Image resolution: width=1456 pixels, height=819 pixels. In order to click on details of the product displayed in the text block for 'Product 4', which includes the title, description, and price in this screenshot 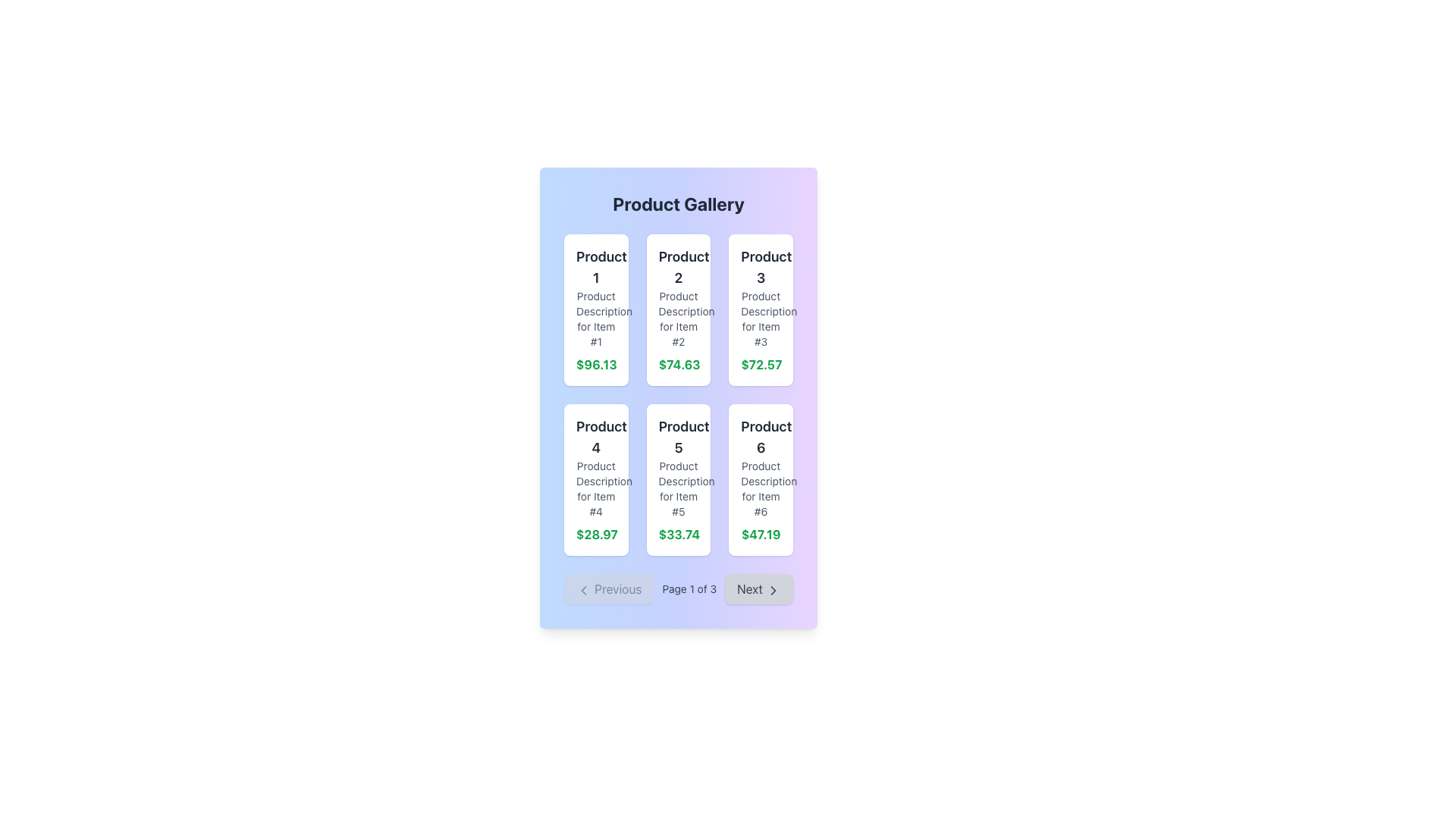, I will do `click(595, 479)`.